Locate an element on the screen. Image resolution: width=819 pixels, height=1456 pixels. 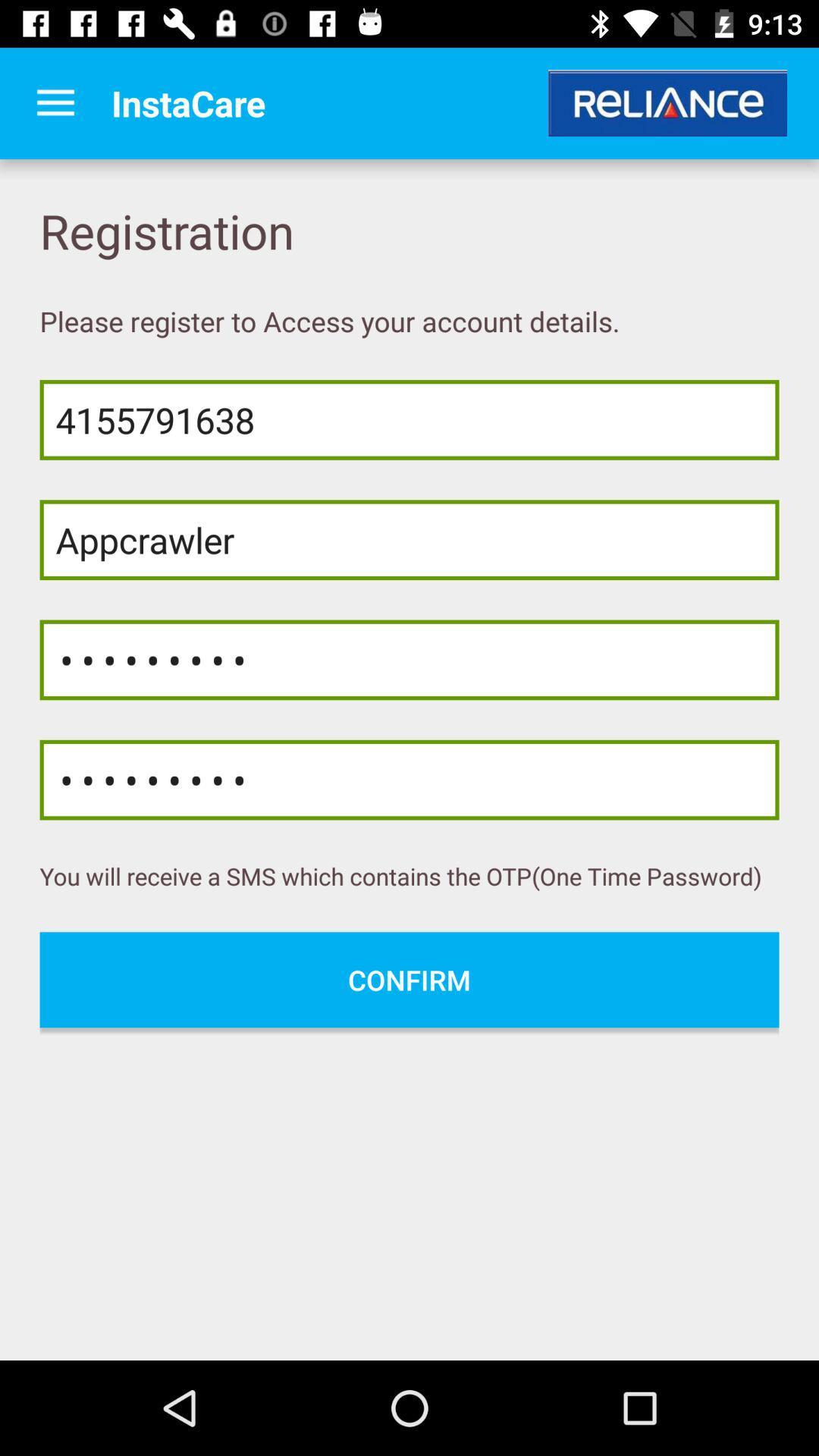
the confirm icon is located at coordinates (409, 980).